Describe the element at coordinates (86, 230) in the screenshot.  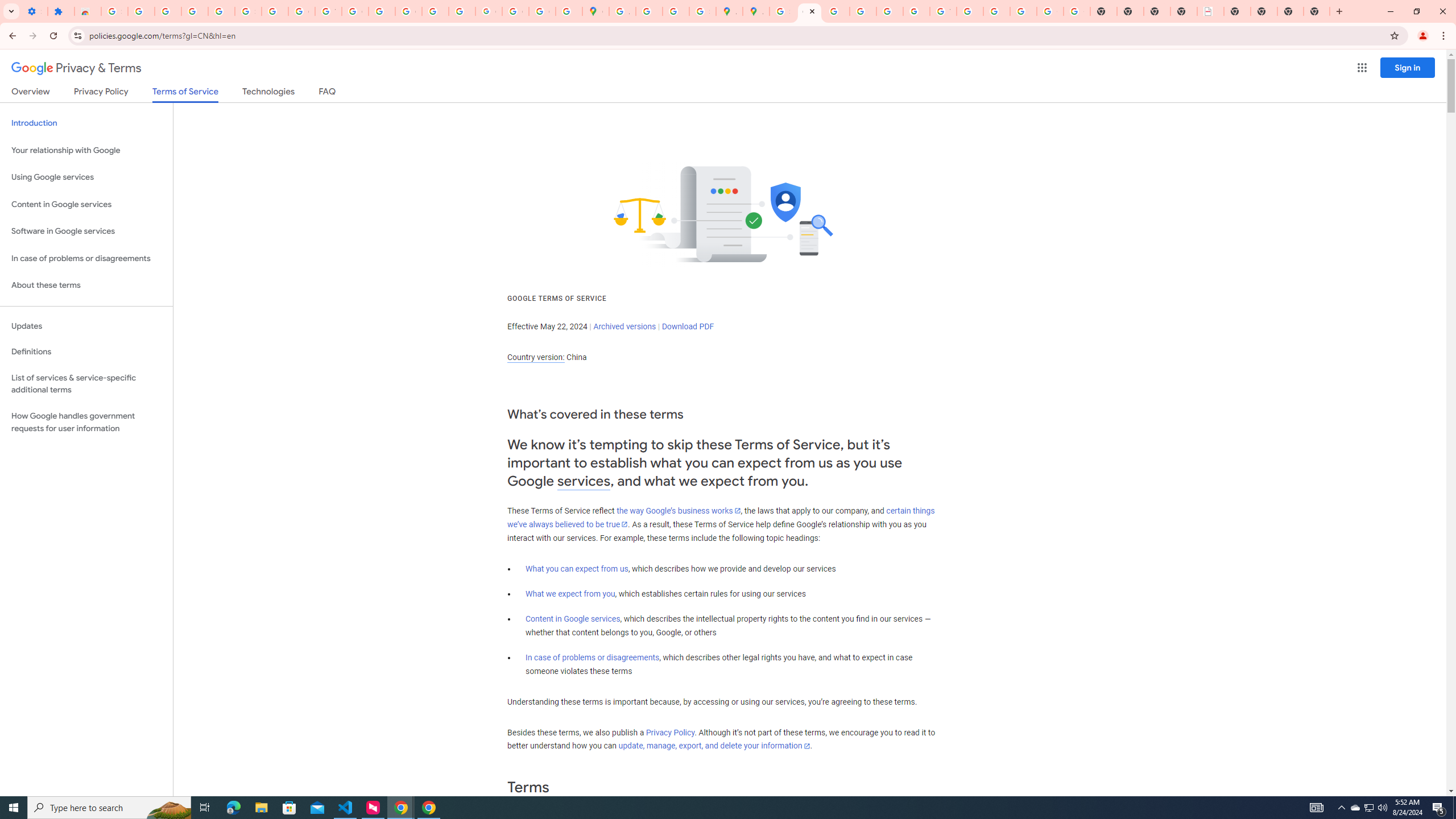
I see `'Software in Google services'` at that location.